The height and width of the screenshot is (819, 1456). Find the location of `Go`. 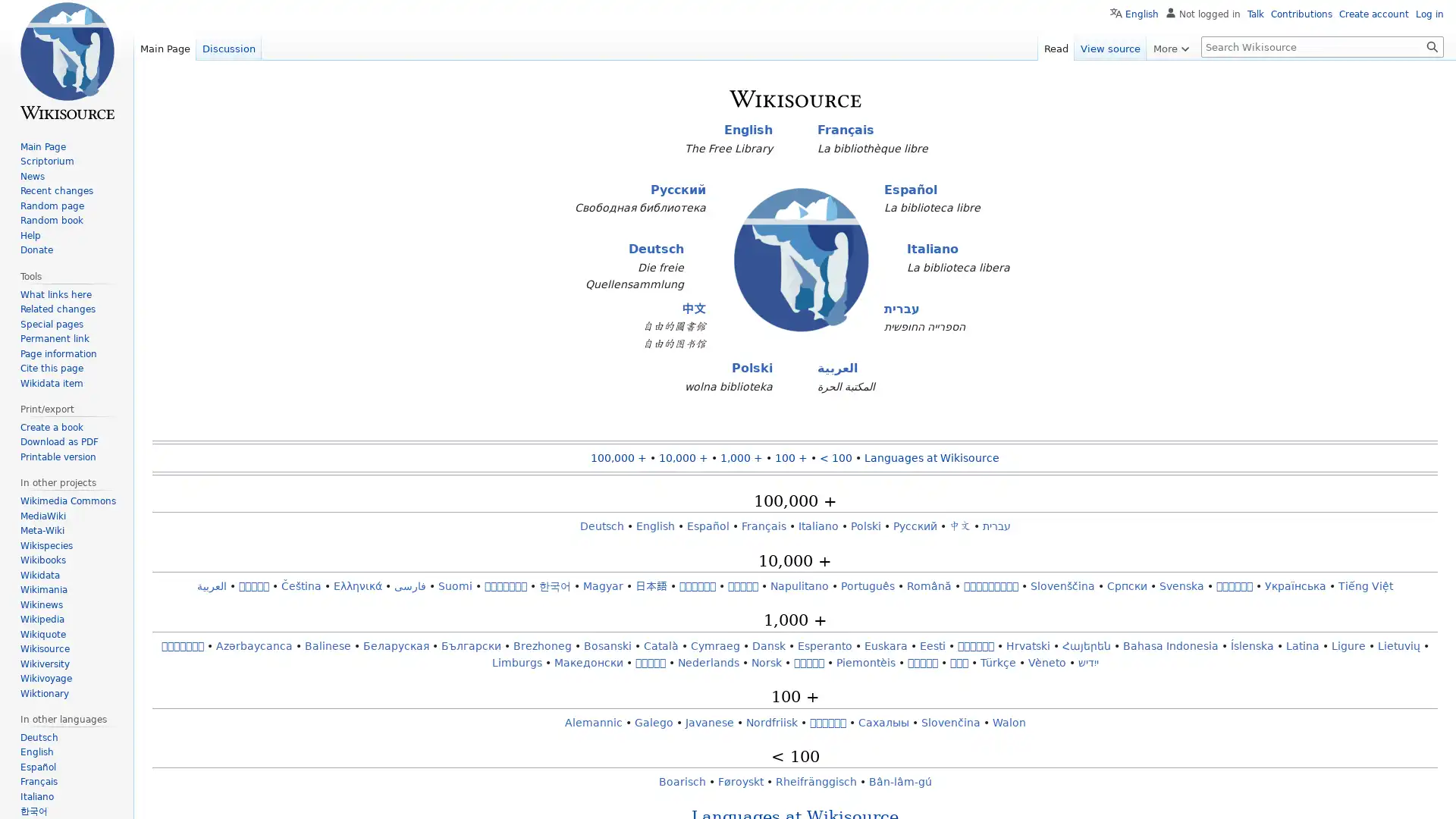

Go is located at coordinates (1432, 45).